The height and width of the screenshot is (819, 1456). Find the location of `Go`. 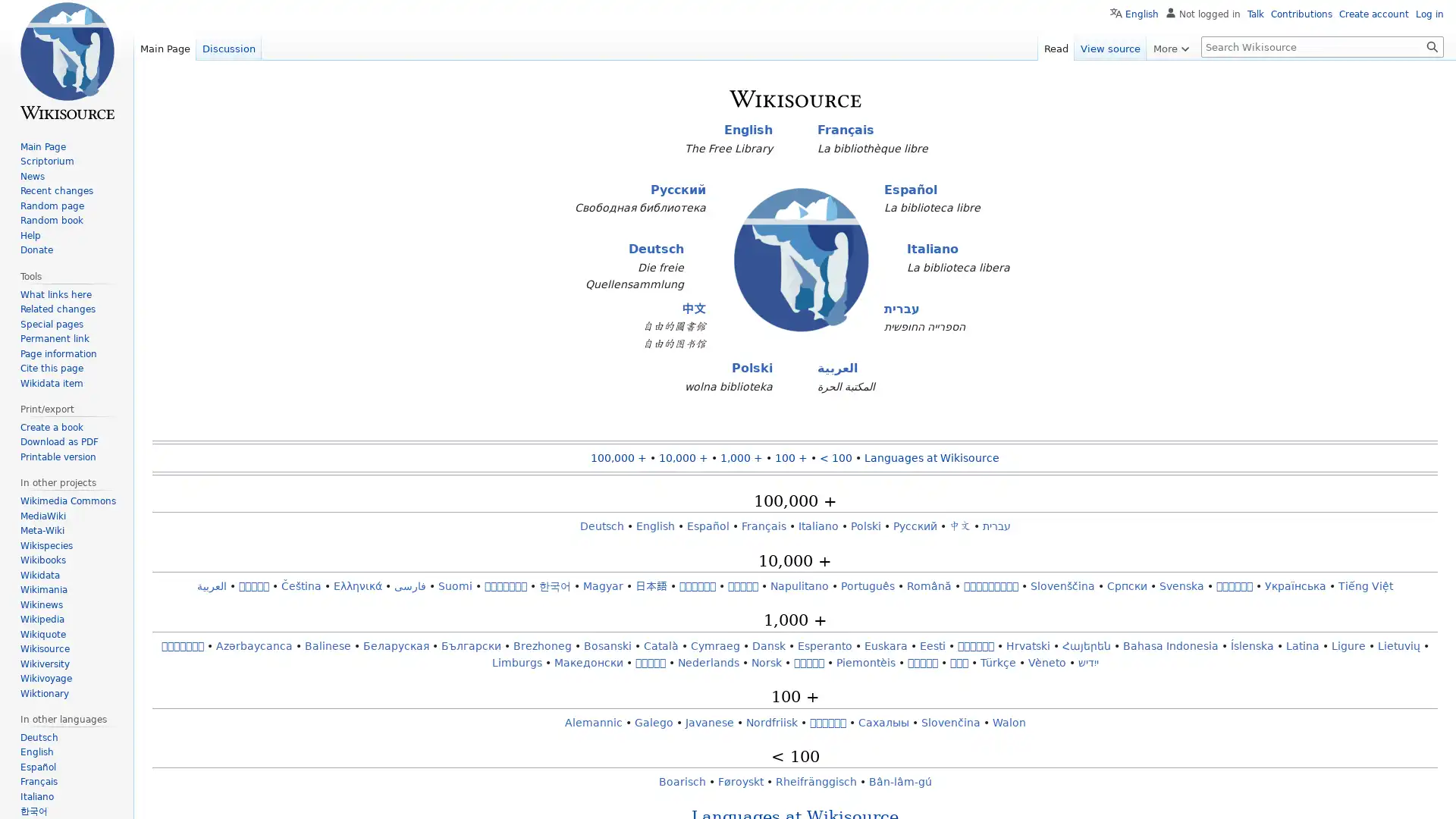

Go is located at coordinates (1432, 45).